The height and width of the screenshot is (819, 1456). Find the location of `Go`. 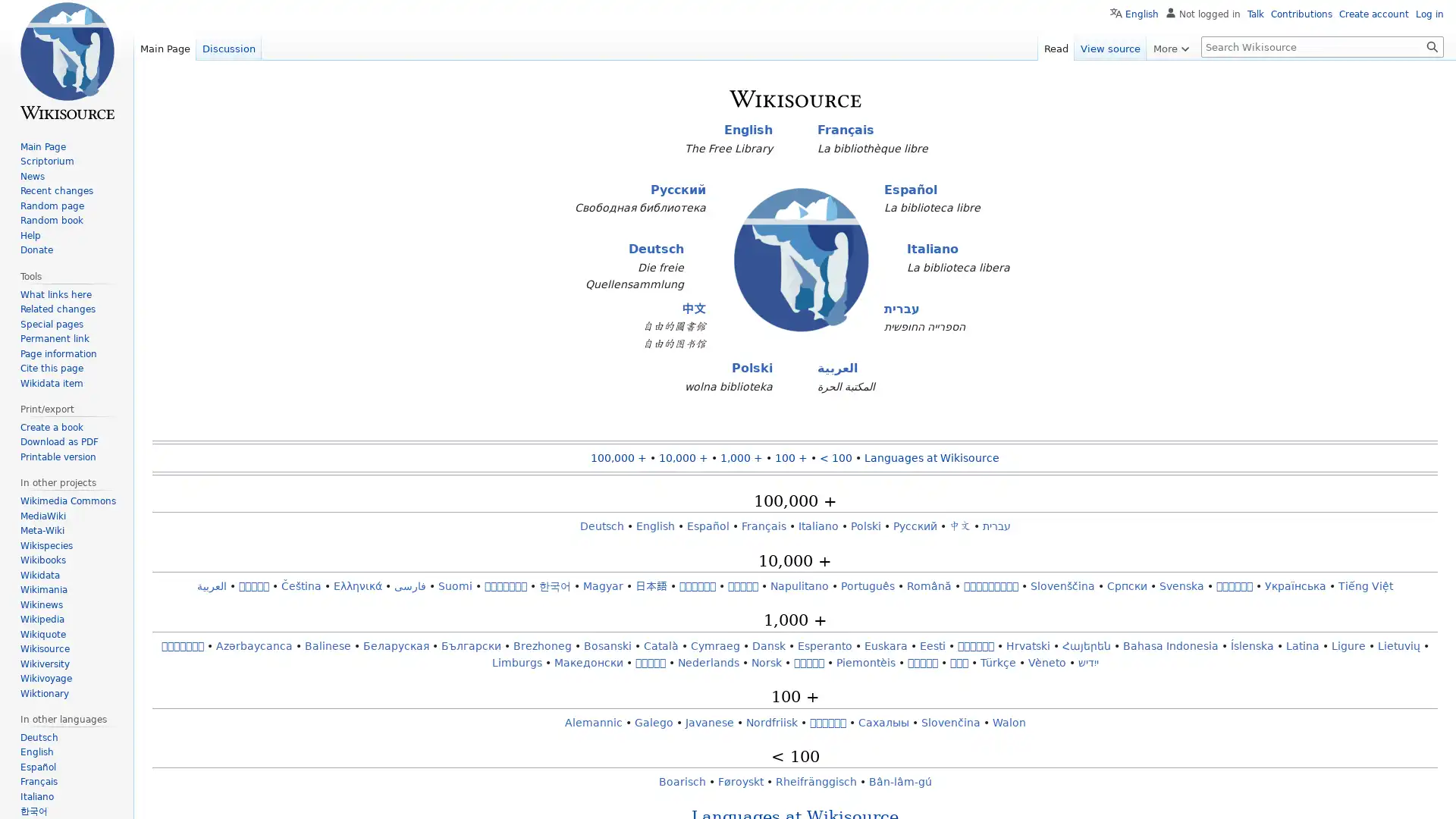

Go is located at coordinates (1432, 45).